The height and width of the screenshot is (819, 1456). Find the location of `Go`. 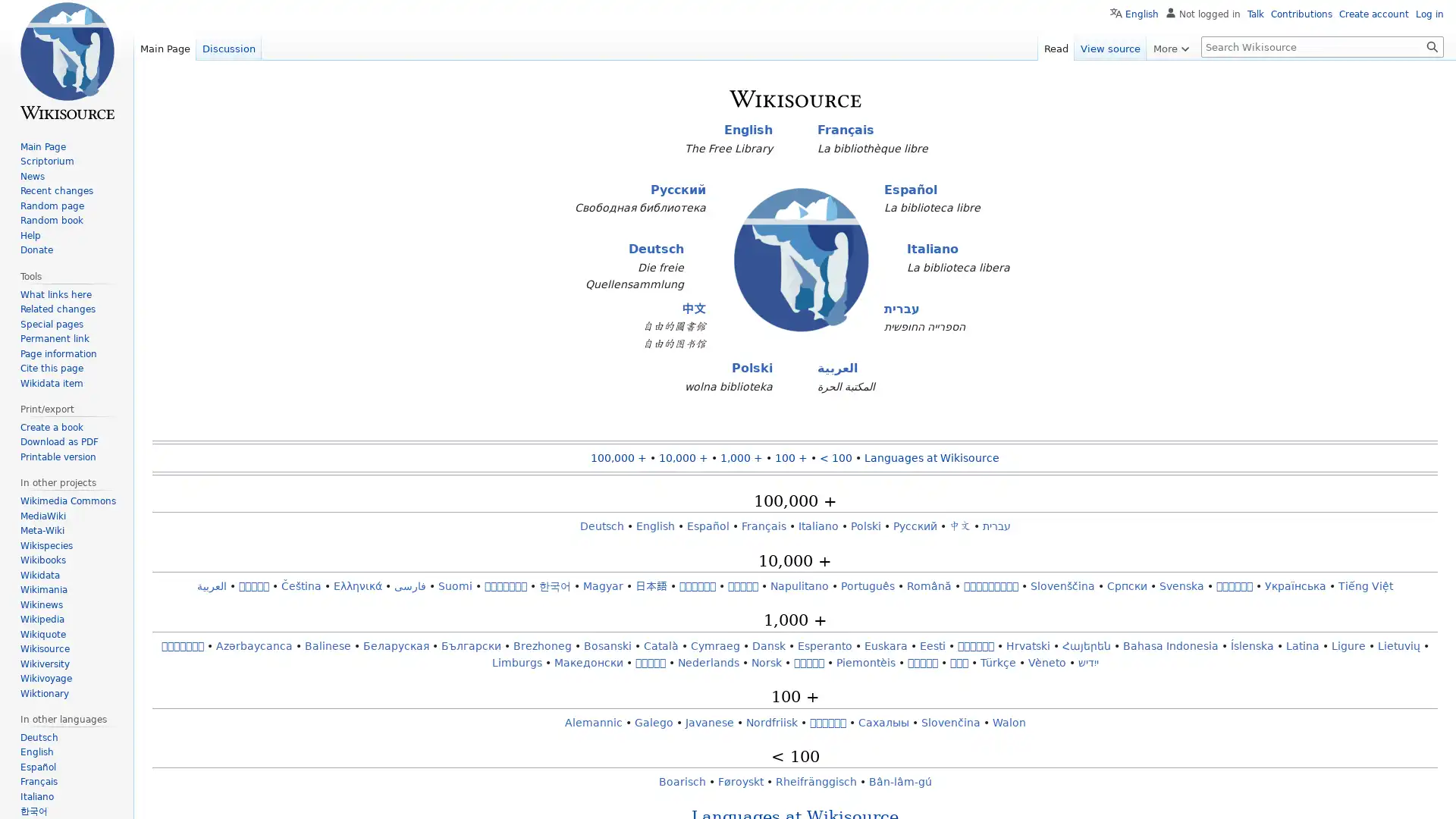

Go is located at coordinates (1432, 45).